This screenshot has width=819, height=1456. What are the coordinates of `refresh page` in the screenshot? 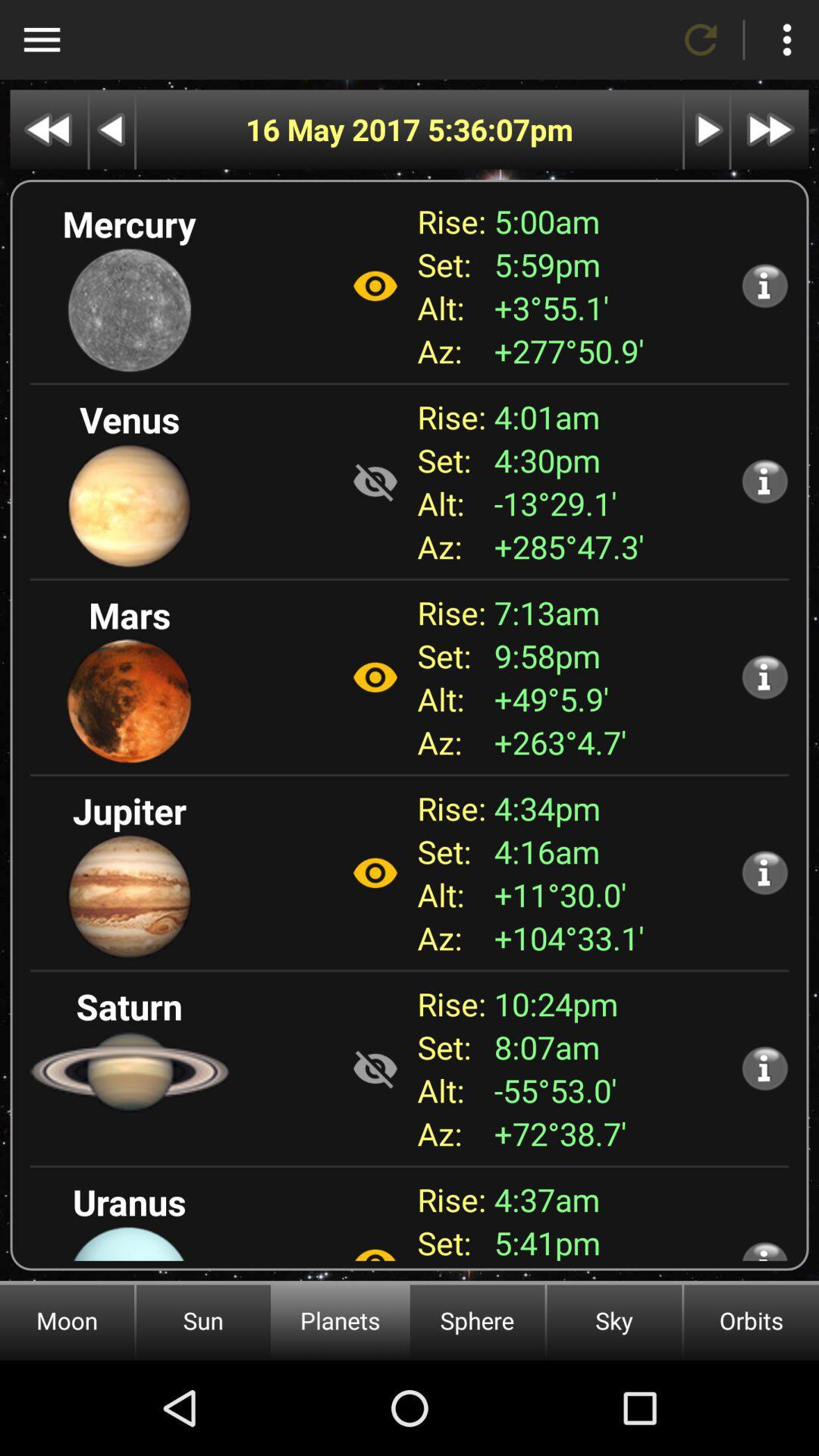 It's located at (701, 39).